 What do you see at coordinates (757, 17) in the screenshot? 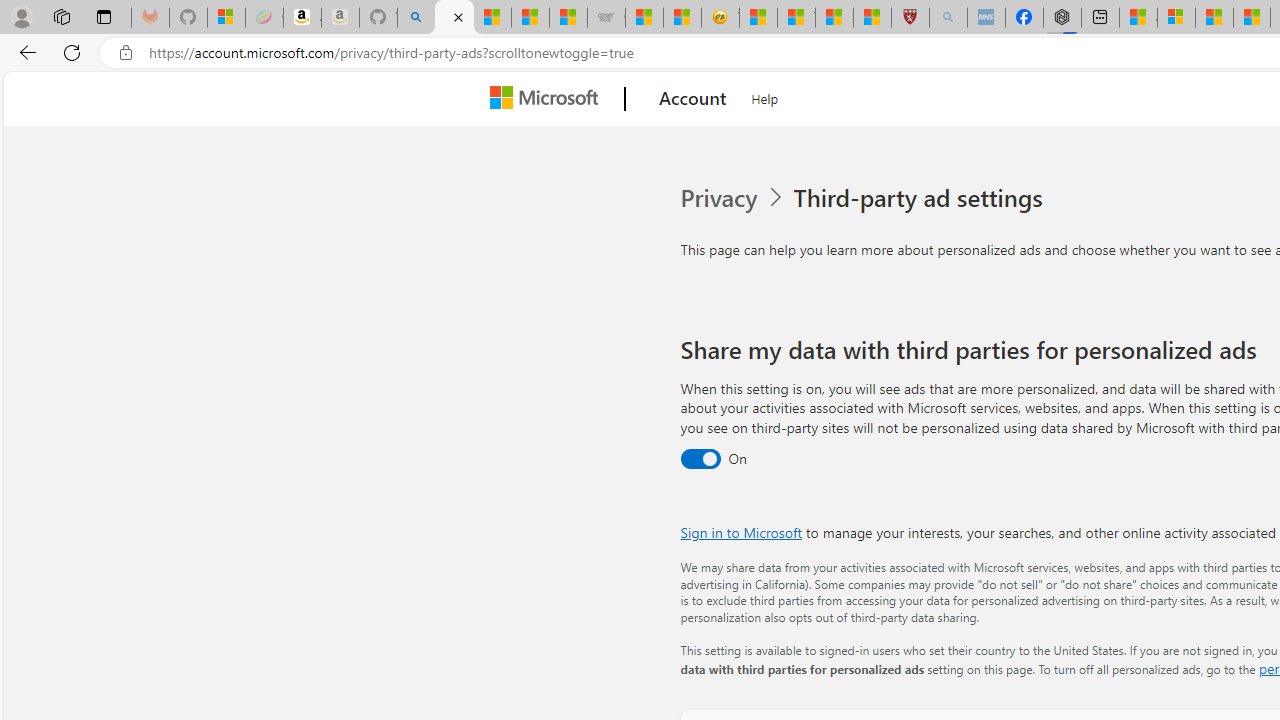
I see `'Recipes - MSN'` at bounding box center [757, 17].